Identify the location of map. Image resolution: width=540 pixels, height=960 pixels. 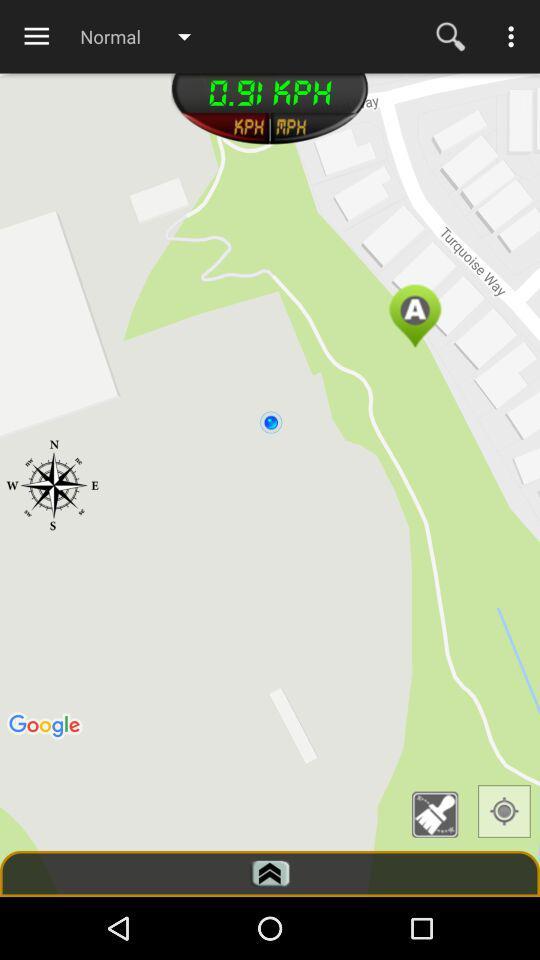
(503, 811).